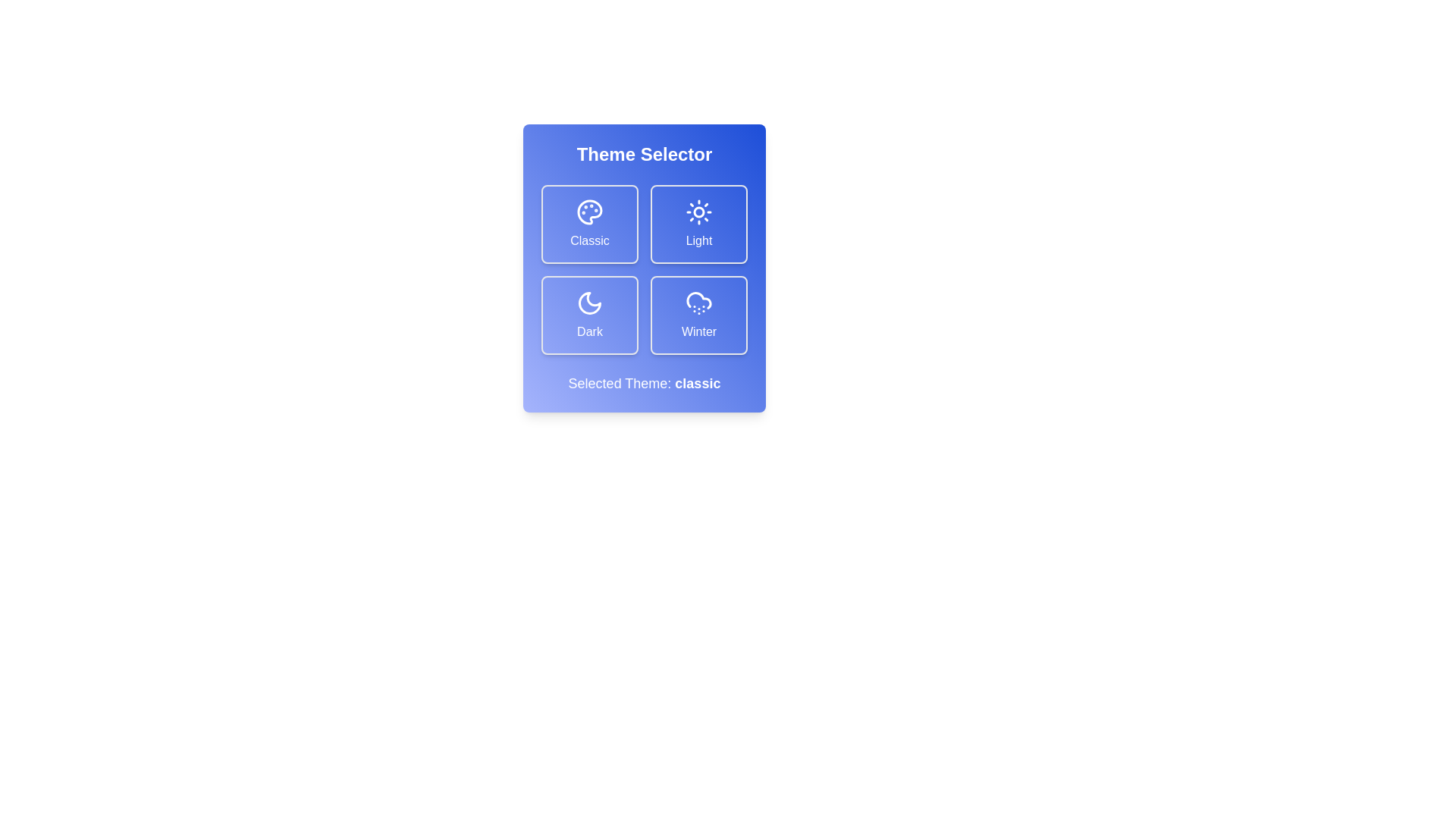  I want to click on the theme by clicking on the respective button. The parameter dark specifies the theme to select, with possible values being 'classic', 'light', 'dark', or 'winter', so click(588, 315).